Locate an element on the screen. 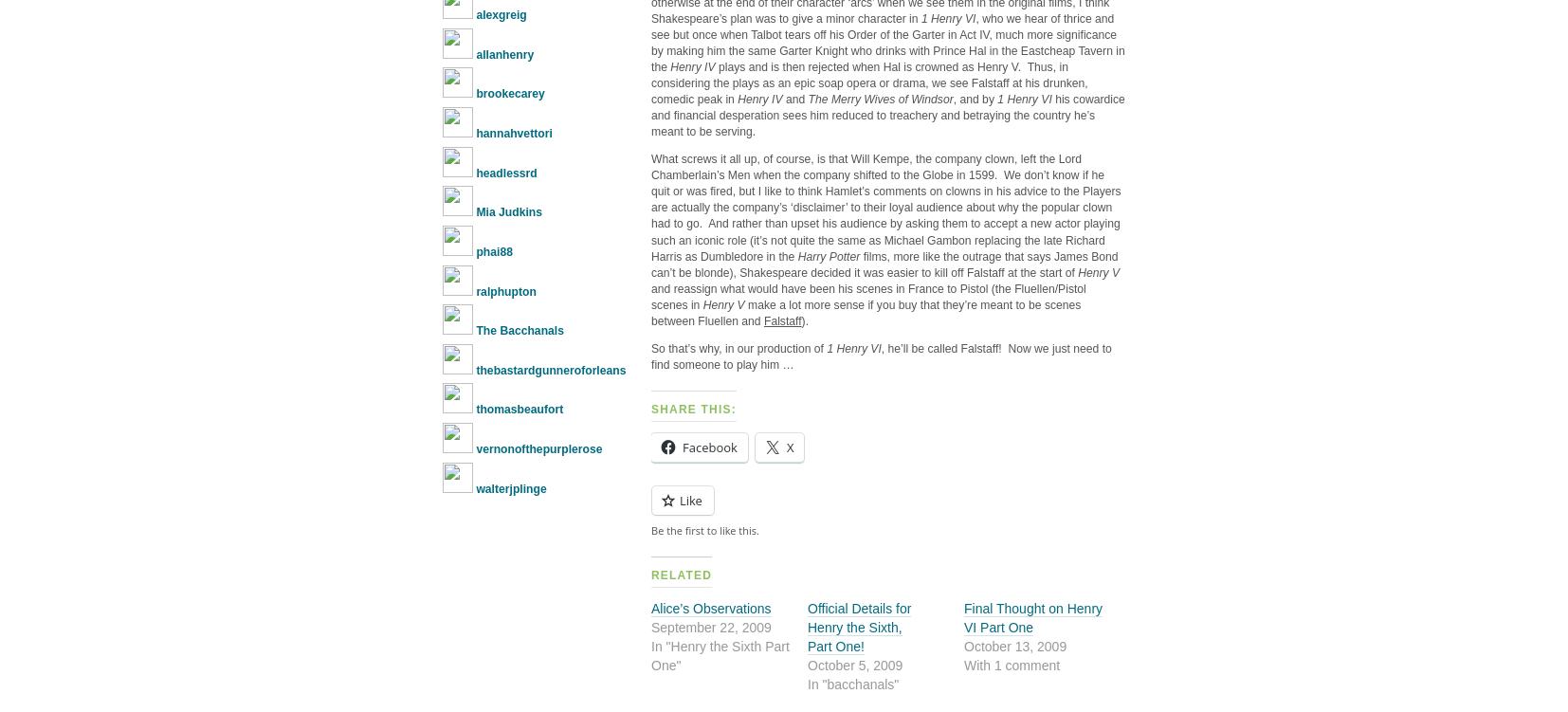  'The Merry Wives of Windsor' is located at coordinates (879, 98).